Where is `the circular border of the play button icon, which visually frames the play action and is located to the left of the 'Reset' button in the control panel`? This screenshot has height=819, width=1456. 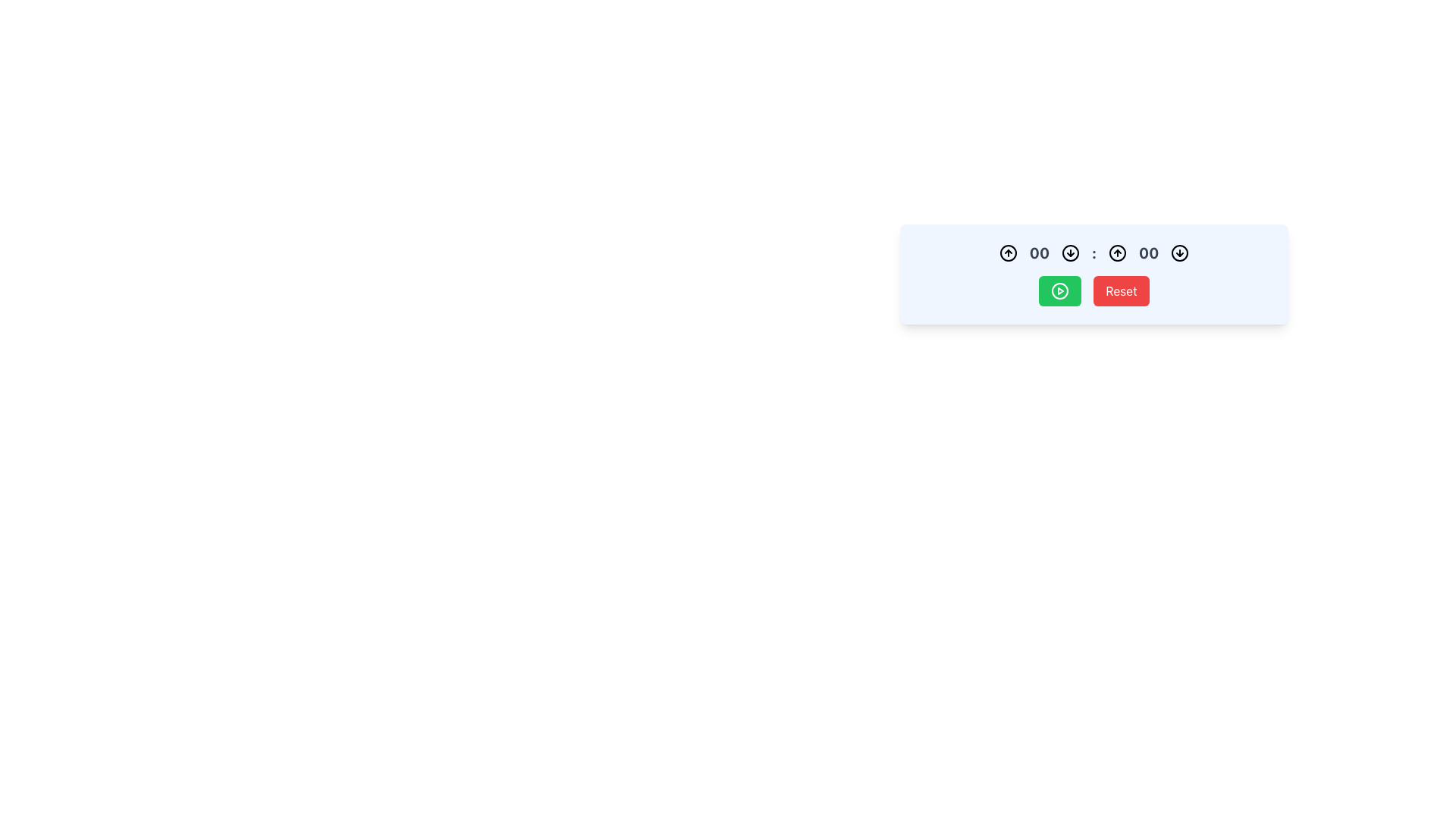
the circular border of the play button icon, which visually frames the play action and is located to the left of the 'Reset' button in the control panel is located at coordinates (1059, 291).